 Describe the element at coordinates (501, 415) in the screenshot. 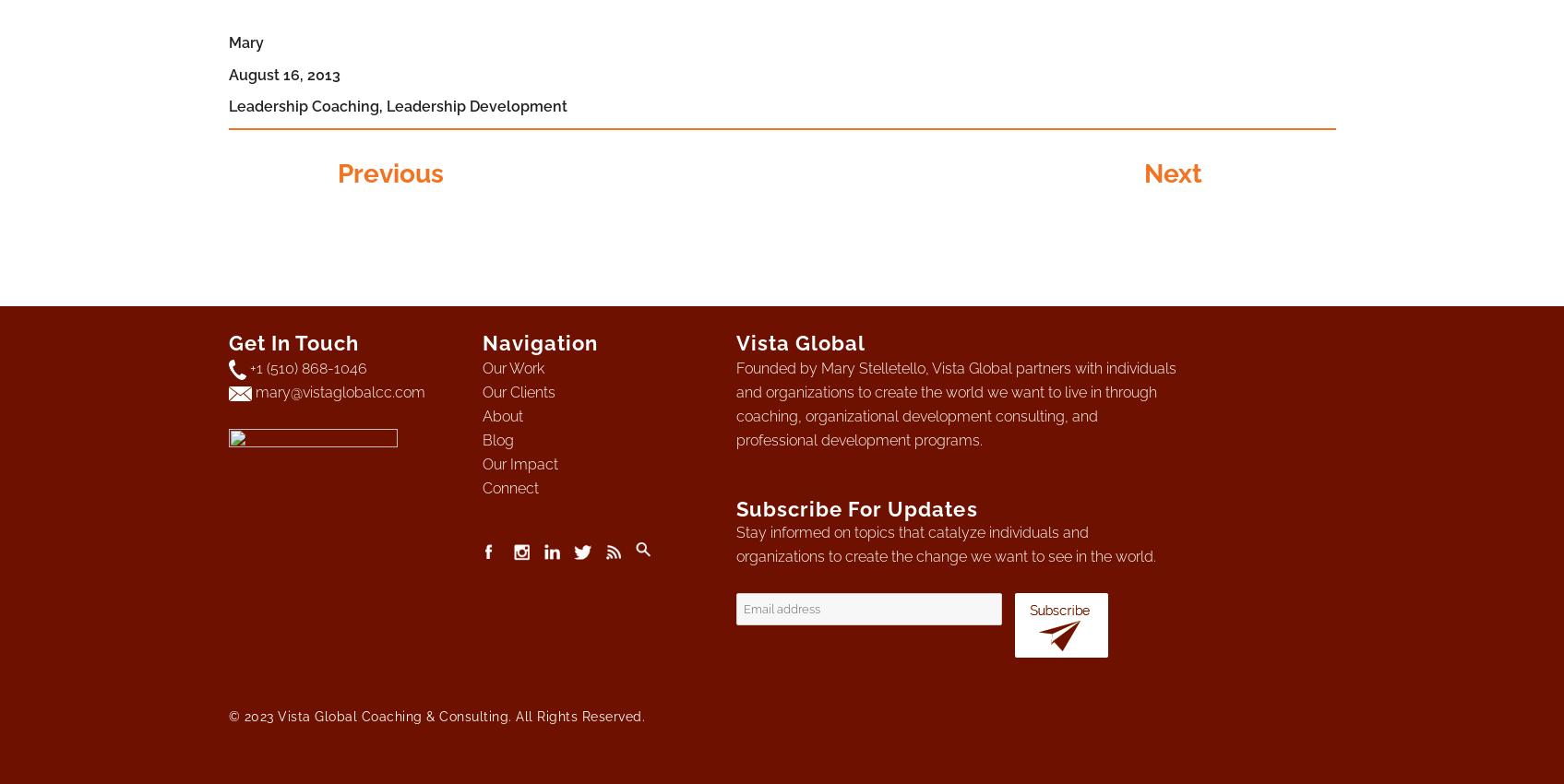

I see `'About'` at that location.